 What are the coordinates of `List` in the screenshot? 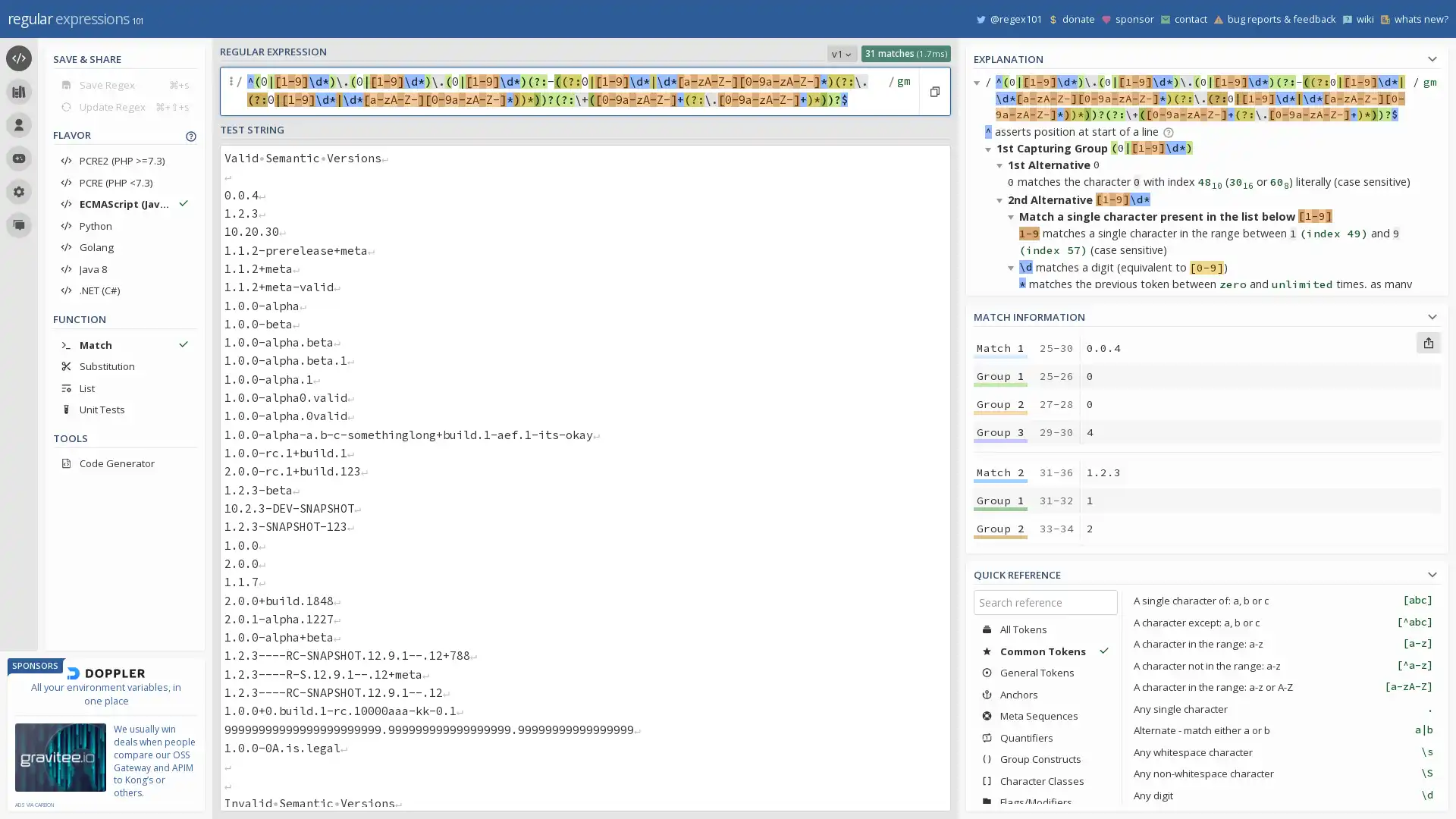 It's located at (124, 387).